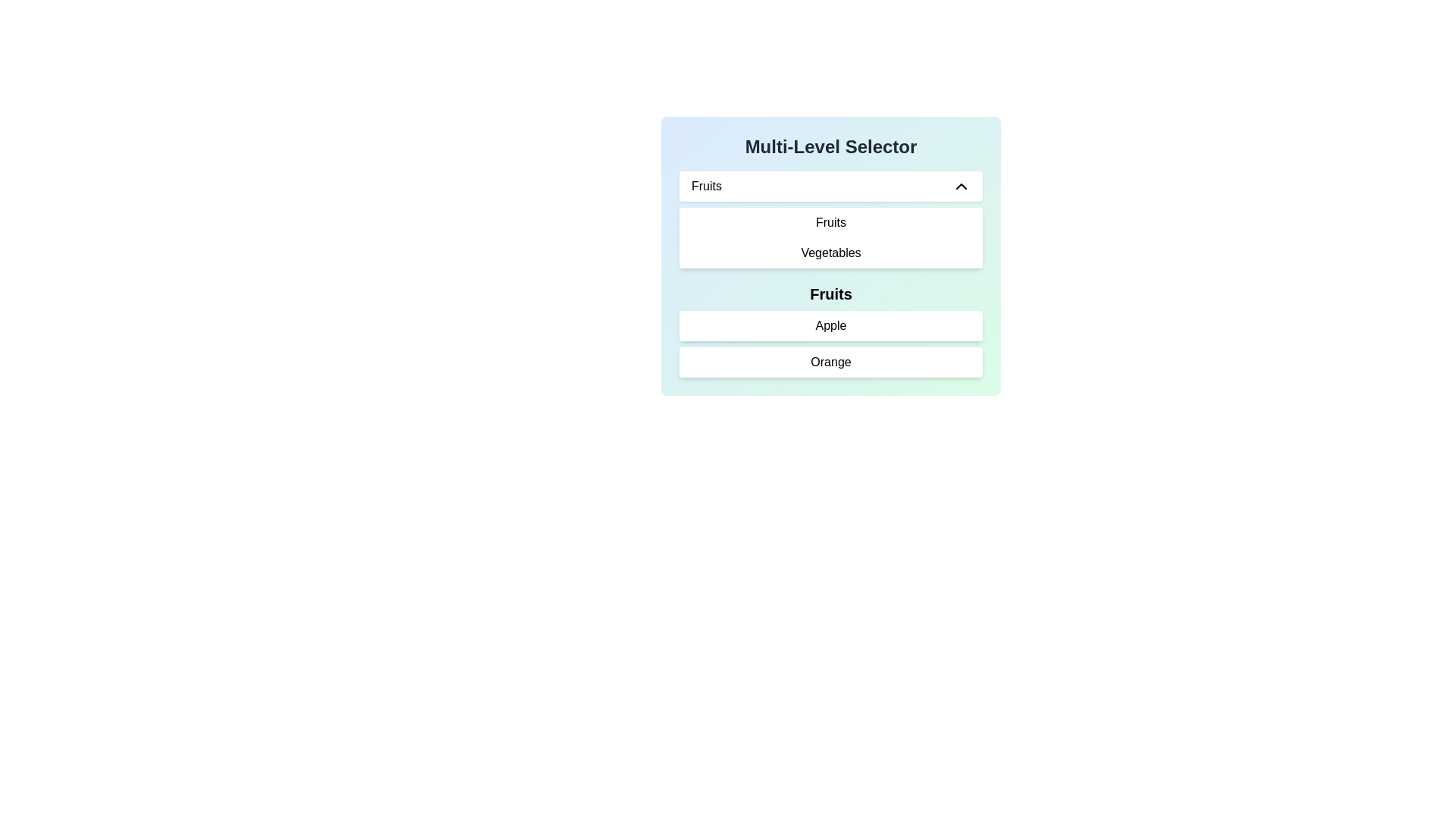 This screenshot has width=1456, height=819. What do you see at coordinates (830, 325) in the screenshot?
I see `to select the 'Apple' option from the dropdown menu under the 'Fruits' category in the 'Multi-Level Selector' interface` at bounding box center [830, 325].